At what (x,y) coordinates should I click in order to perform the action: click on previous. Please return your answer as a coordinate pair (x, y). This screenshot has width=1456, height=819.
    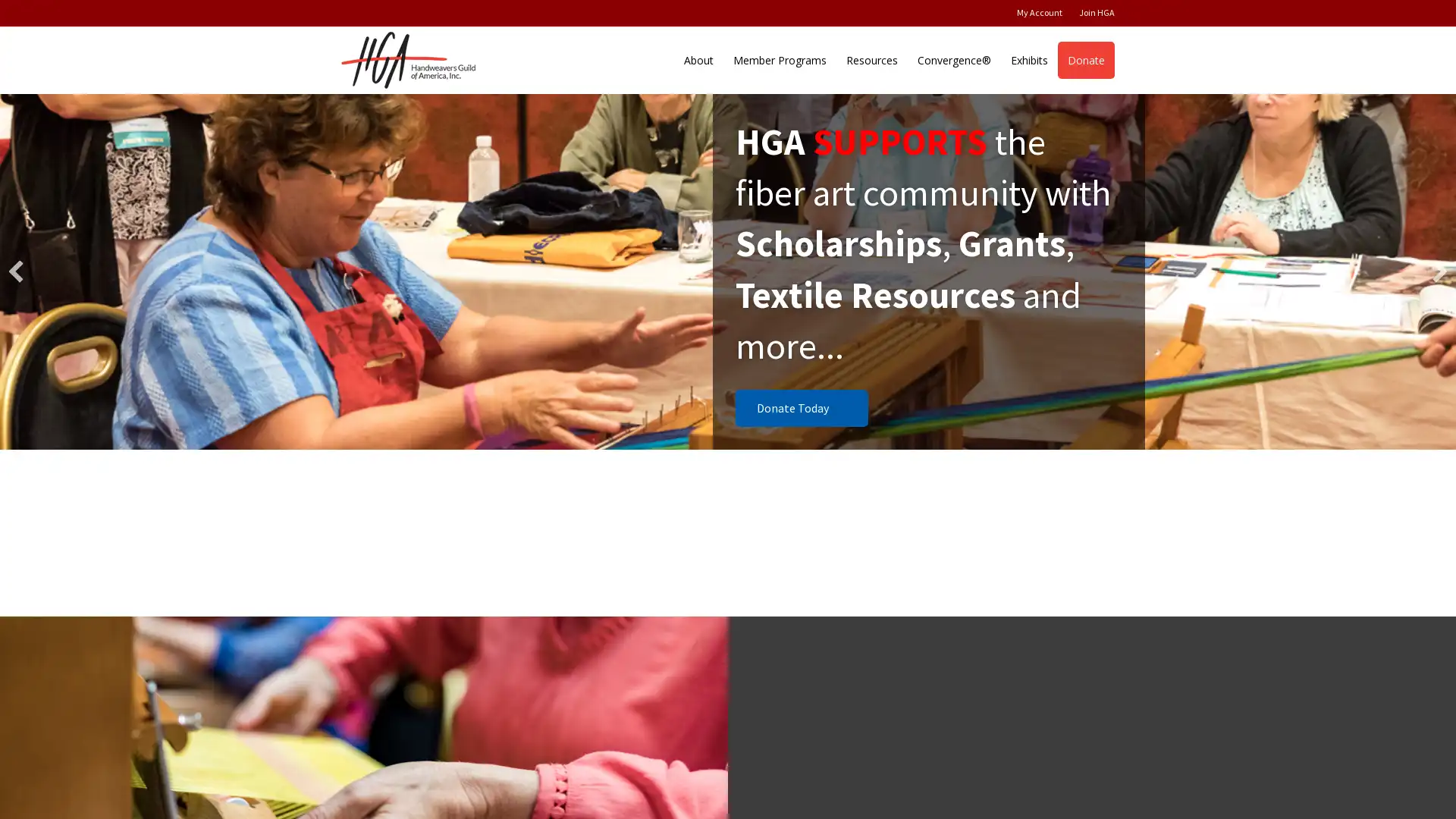
    Looking at the image, I should click on (15, 271).